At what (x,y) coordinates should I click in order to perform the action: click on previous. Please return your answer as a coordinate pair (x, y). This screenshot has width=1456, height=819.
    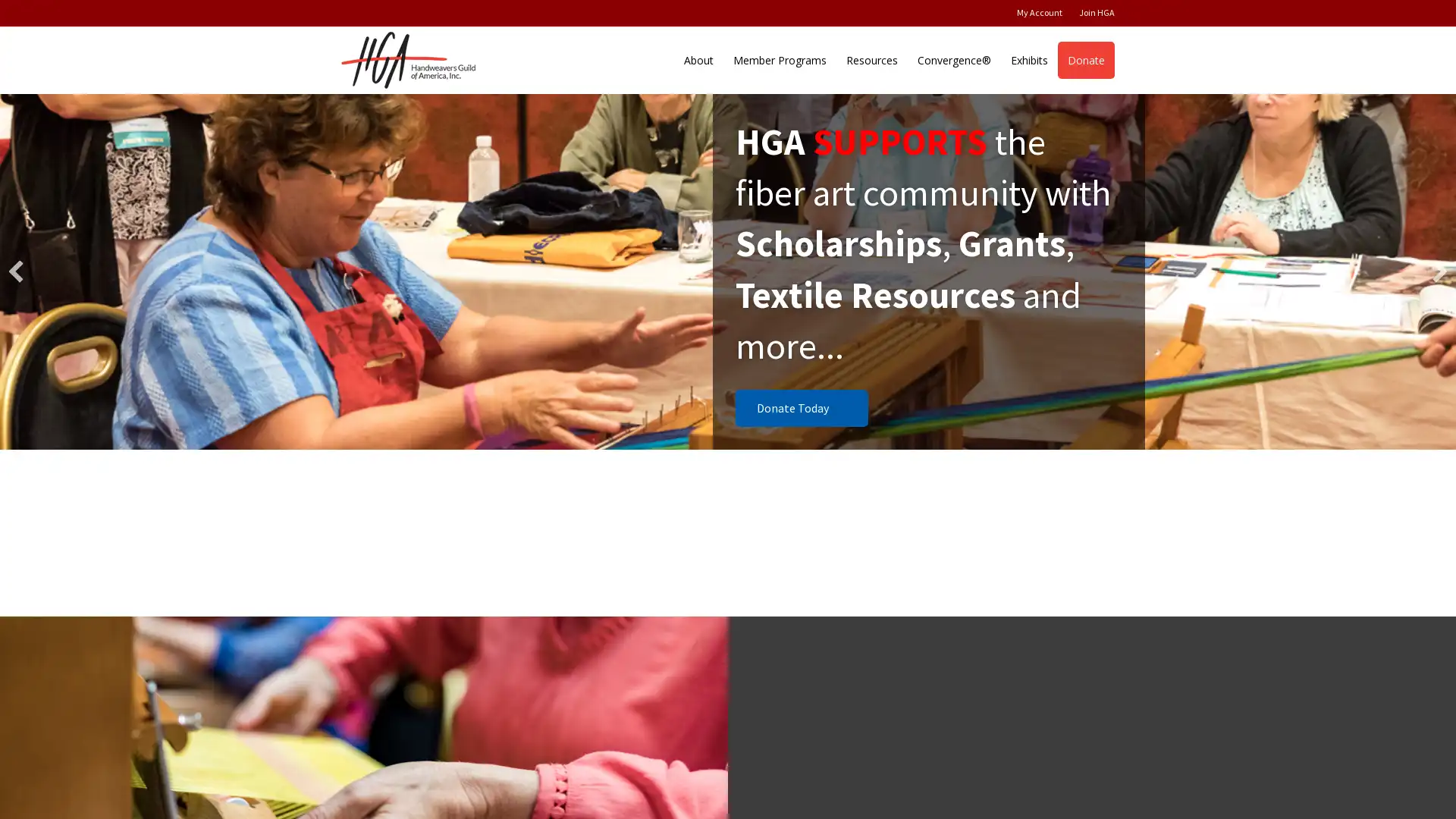
    Looking at the image, I should click on (15, 271).